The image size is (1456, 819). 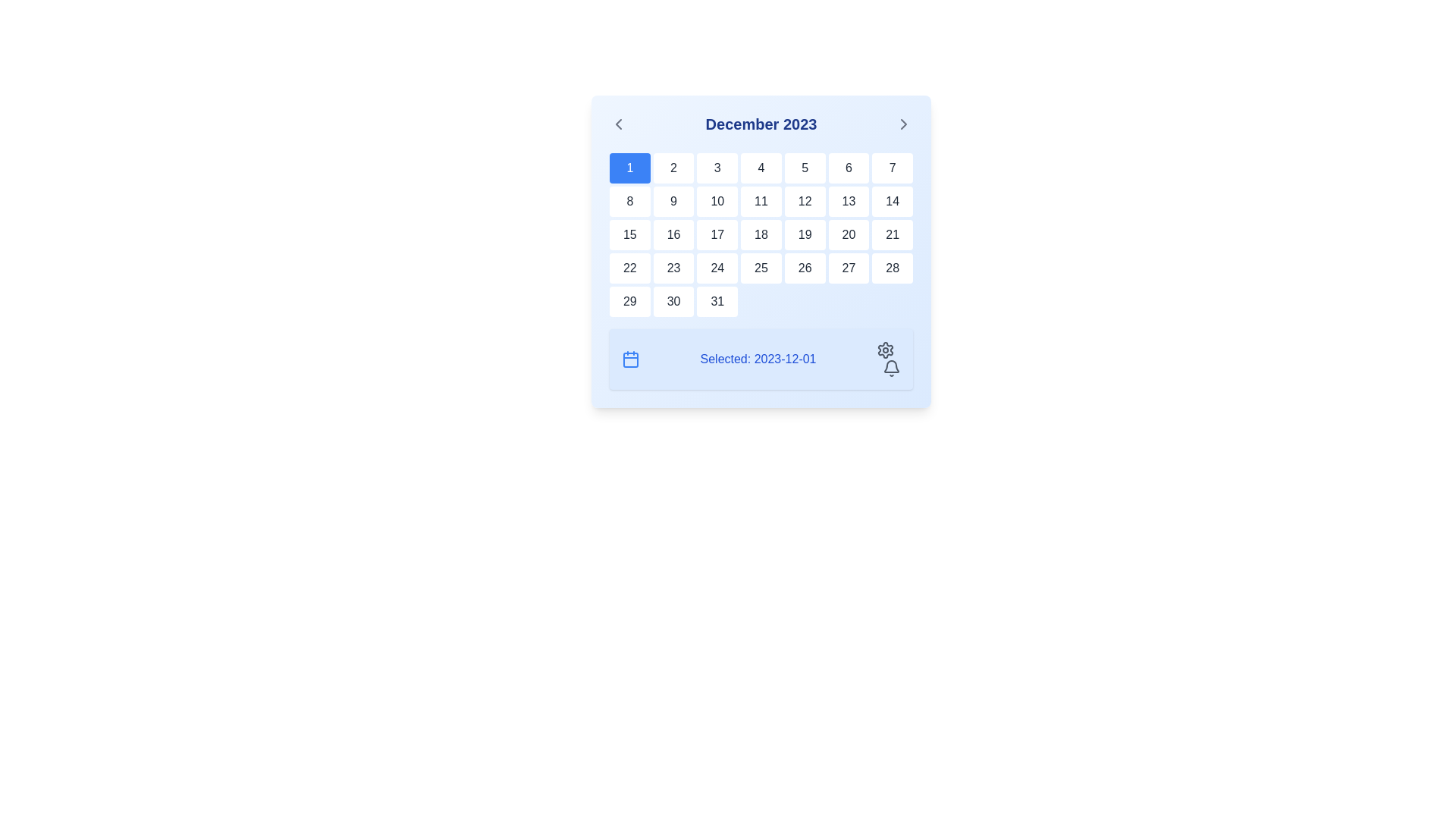 What do you see at coordinates (758, 359) in the screenshot?
I see `the text label displaying 'Selected: 2023-12-01' in blue text, located at the bottom section of the calendar interface` at bounding box center [758, 359].